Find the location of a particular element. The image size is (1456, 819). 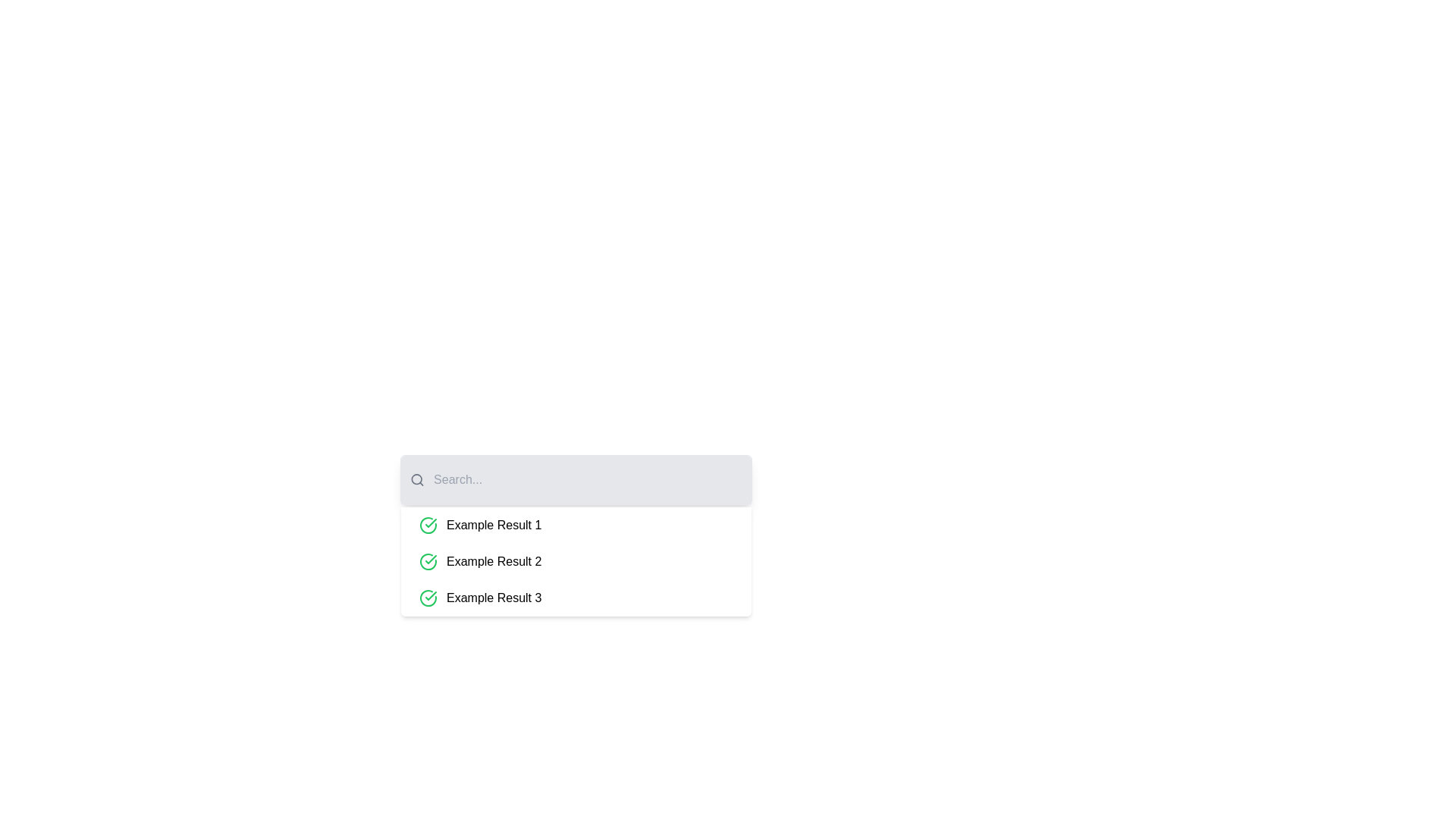

the green checkmark icon enclosed within a circle, which is located on the left side of 'Example Result 3' in the search results is located at coordinates (428, 598).